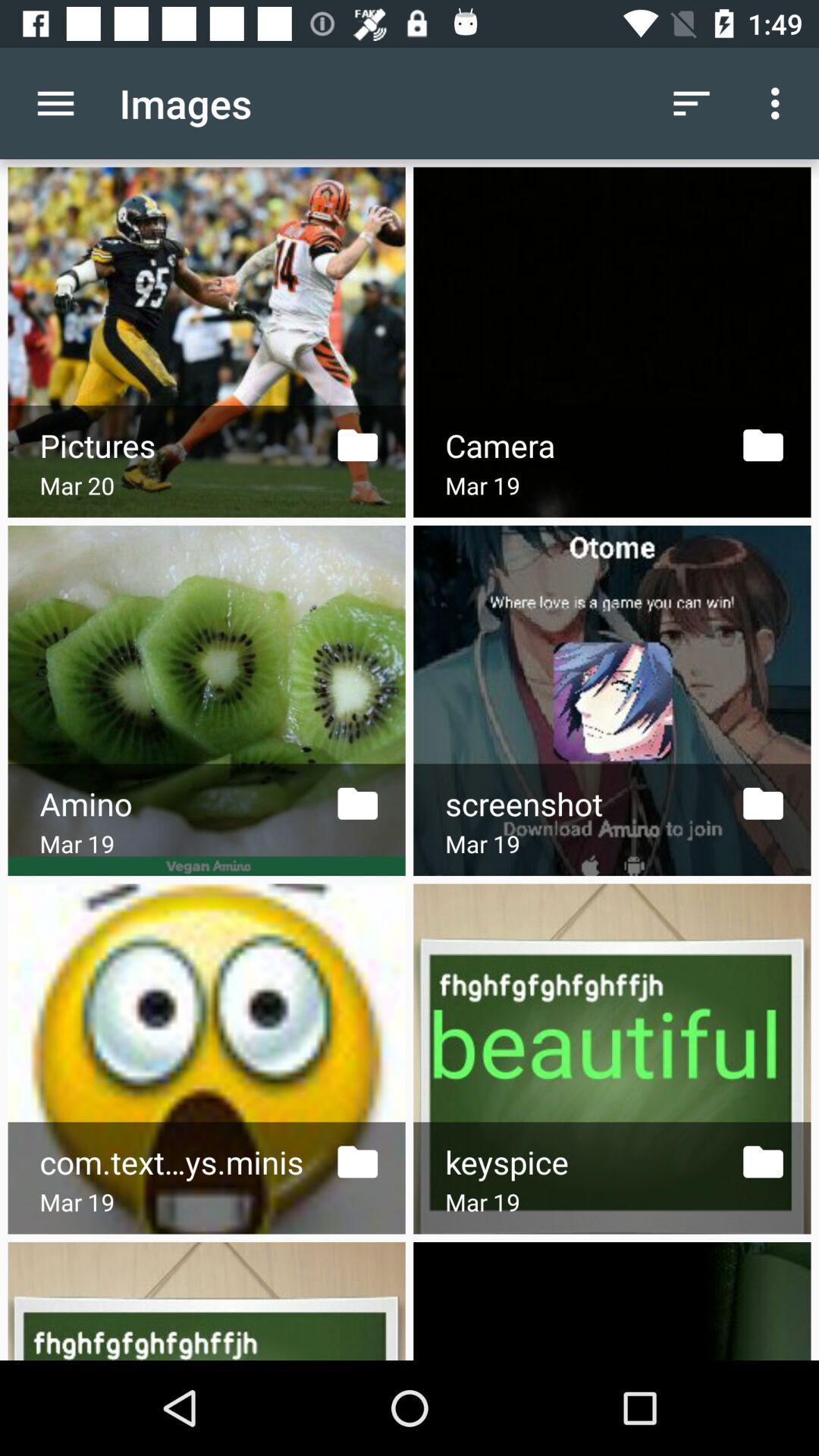  I want to click on the app next to images item, so click(55, 102).